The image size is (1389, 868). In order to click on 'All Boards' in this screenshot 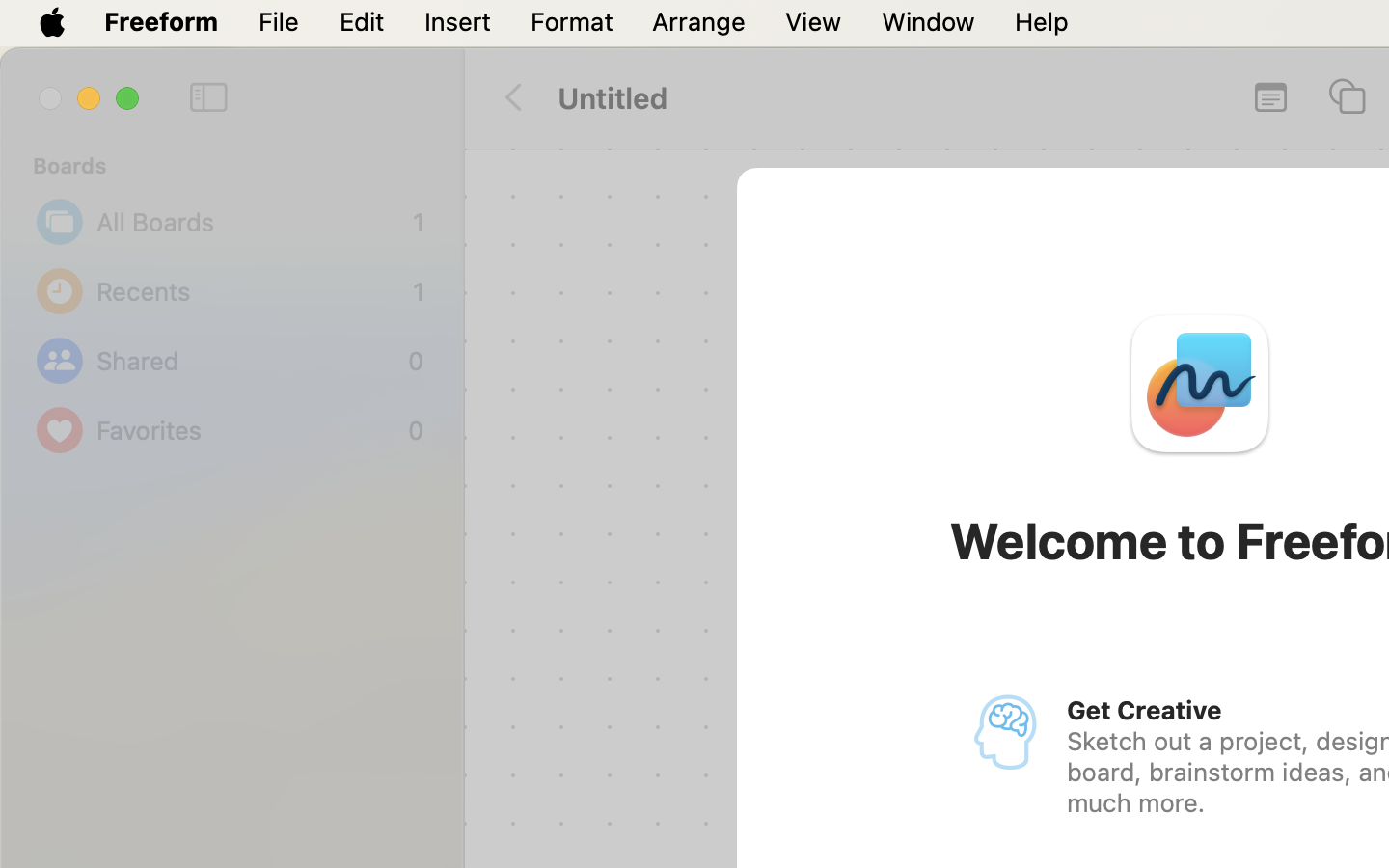, I will do `click(249, 221)`.